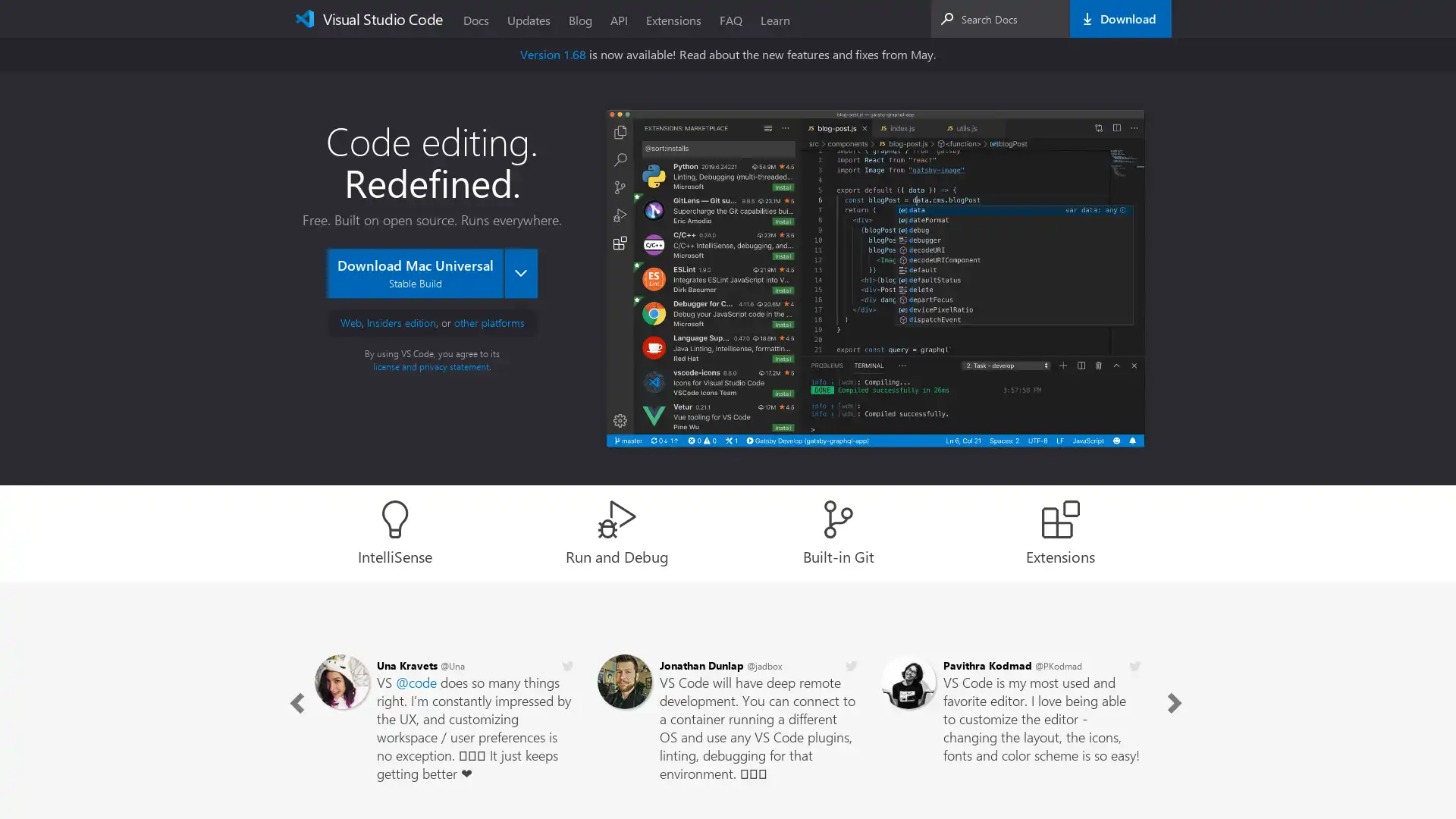 The width and height of the screenshot is (1456, 819). What do you see at coordinates (316, 717) in the screenshot?
I see `Previous` at bounding box center [316, 717].